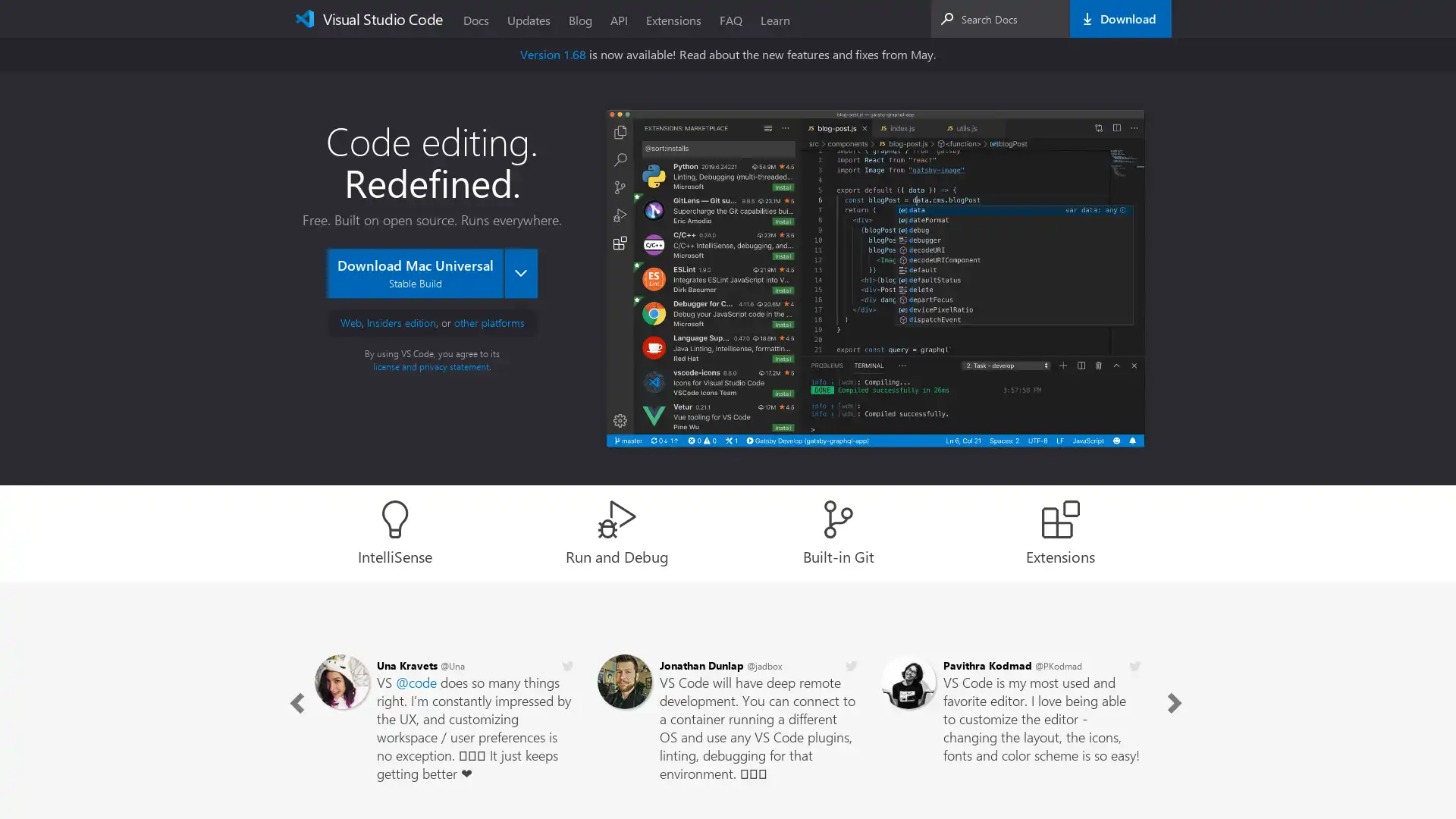 The width and height of the screenshot is (1456, 819). What do you see at coordinates (316, 717) in the screenshot?
I see `Previous` at bounding box center [316, 717].